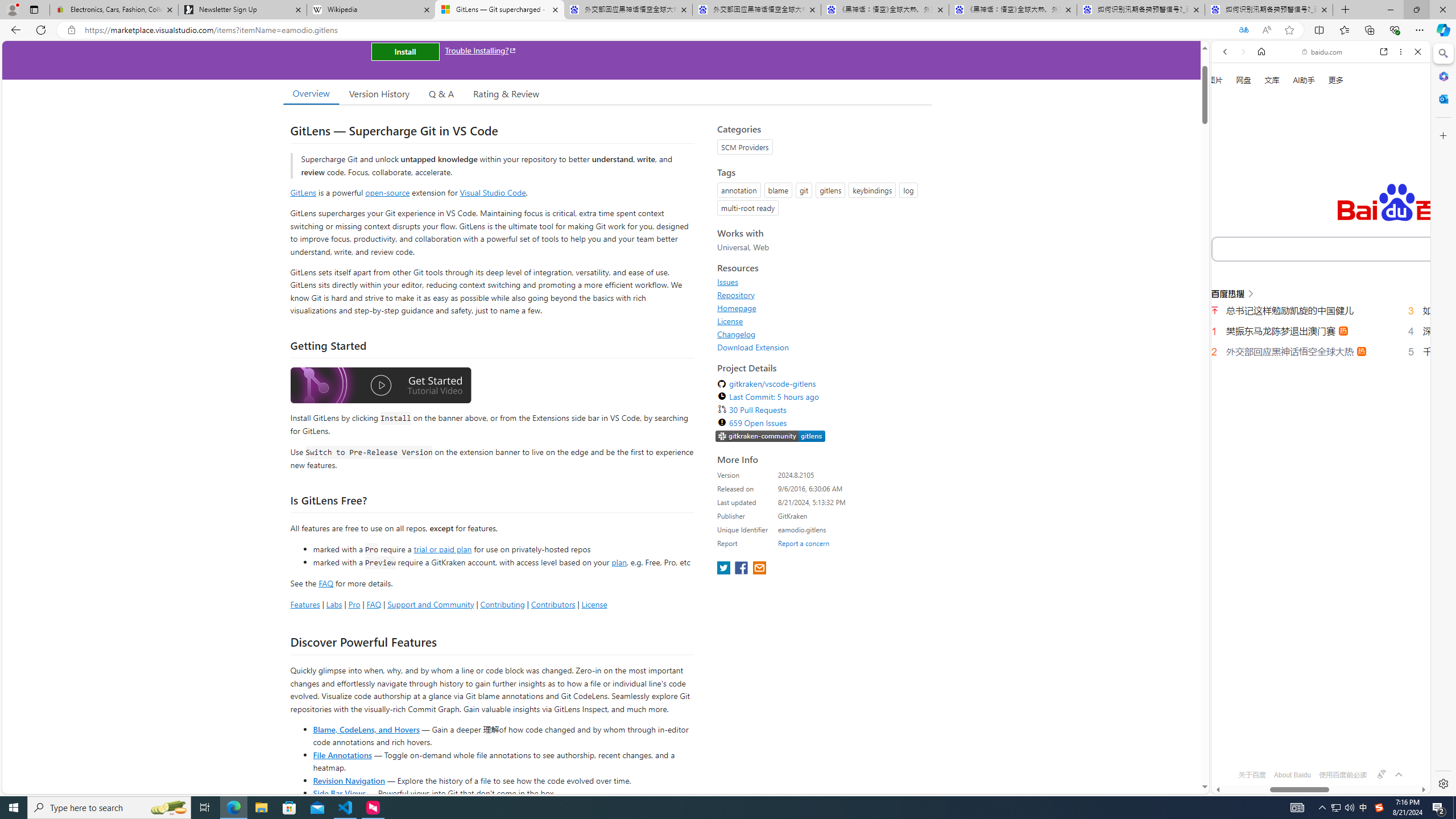 The height and width of the screenshot is (819, 1456). Describe the element at coordinates (1243, 30) in the screenshot. I see `'Translated'` at that location.